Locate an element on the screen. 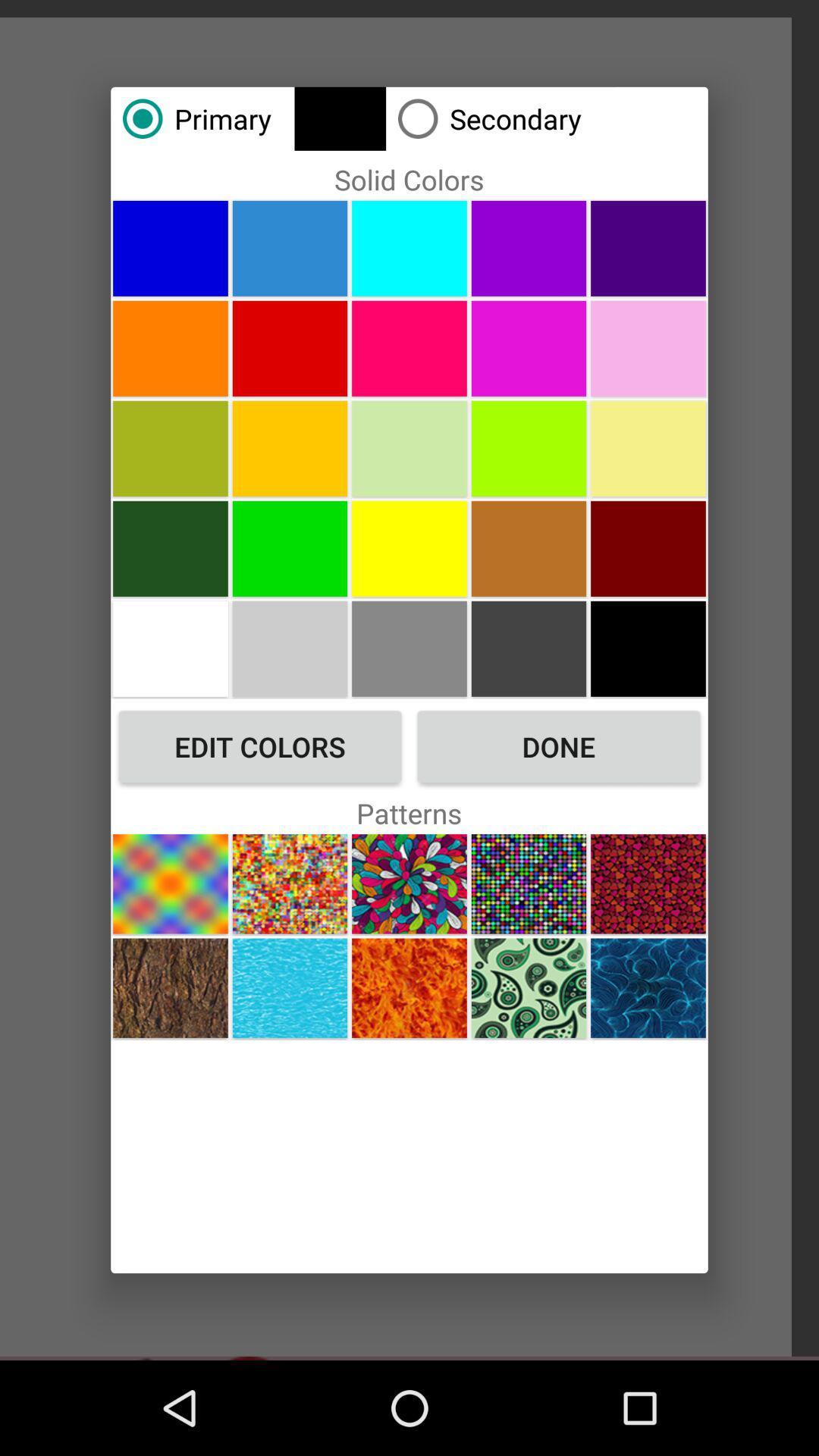  the button at the bottom right corner is located at coordinates (648, 988).